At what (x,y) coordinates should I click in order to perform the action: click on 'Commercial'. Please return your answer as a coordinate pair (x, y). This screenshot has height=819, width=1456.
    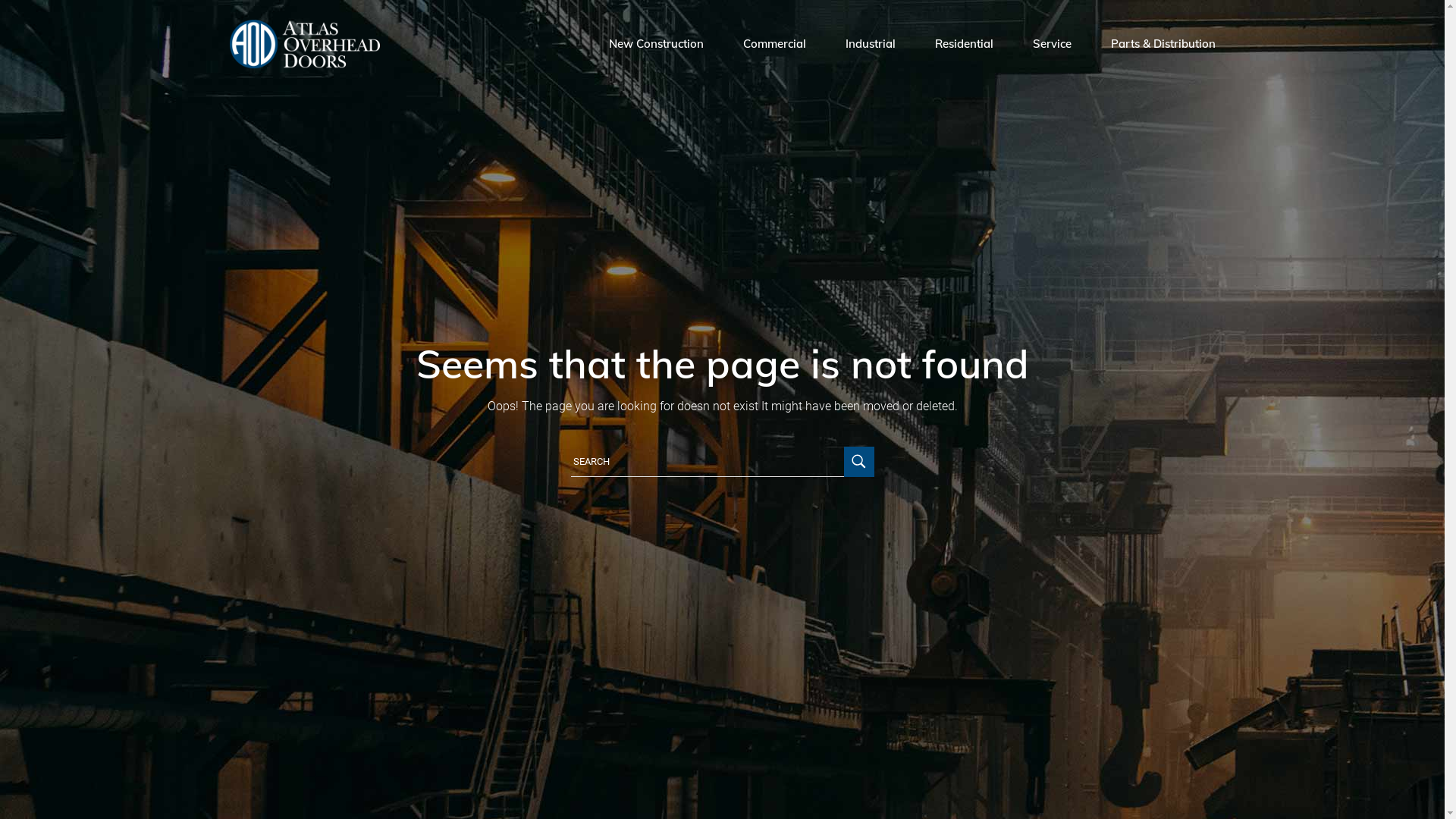
    Looking at the image, I should click on (774, 42).